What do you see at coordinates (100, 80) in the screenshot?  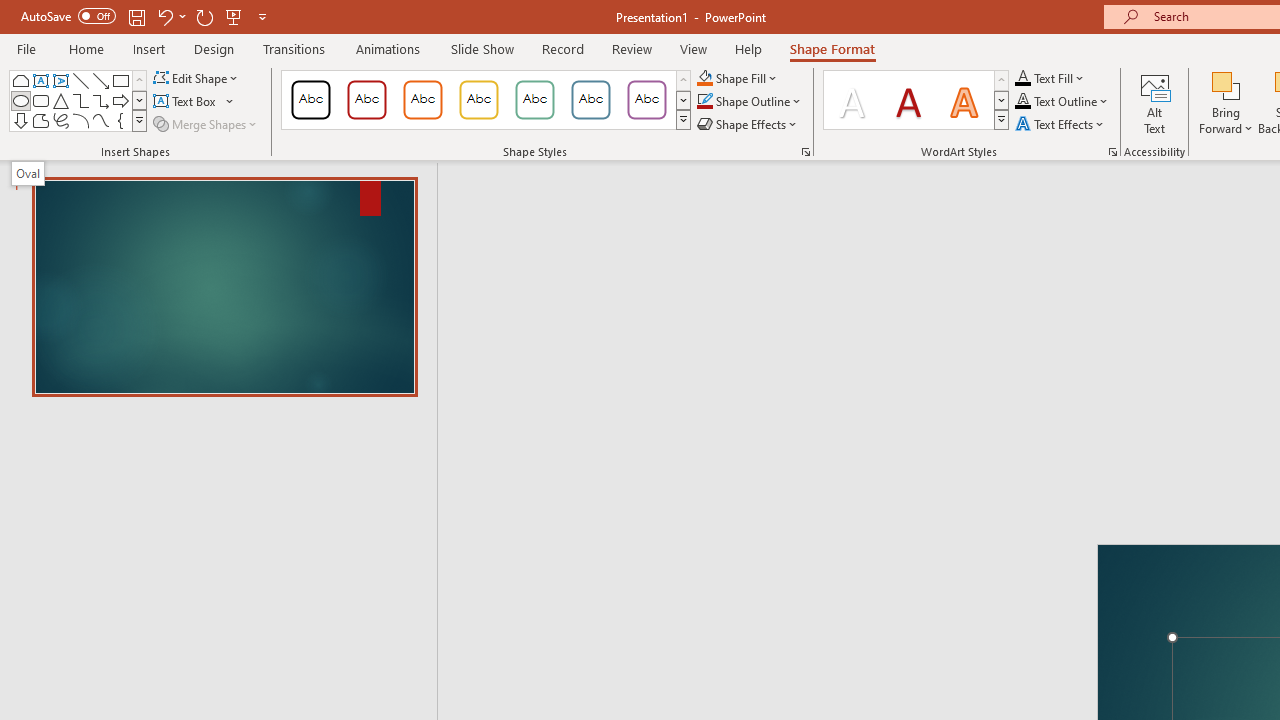 I see `'Line Arrow'` at bounding box center [100, 80].